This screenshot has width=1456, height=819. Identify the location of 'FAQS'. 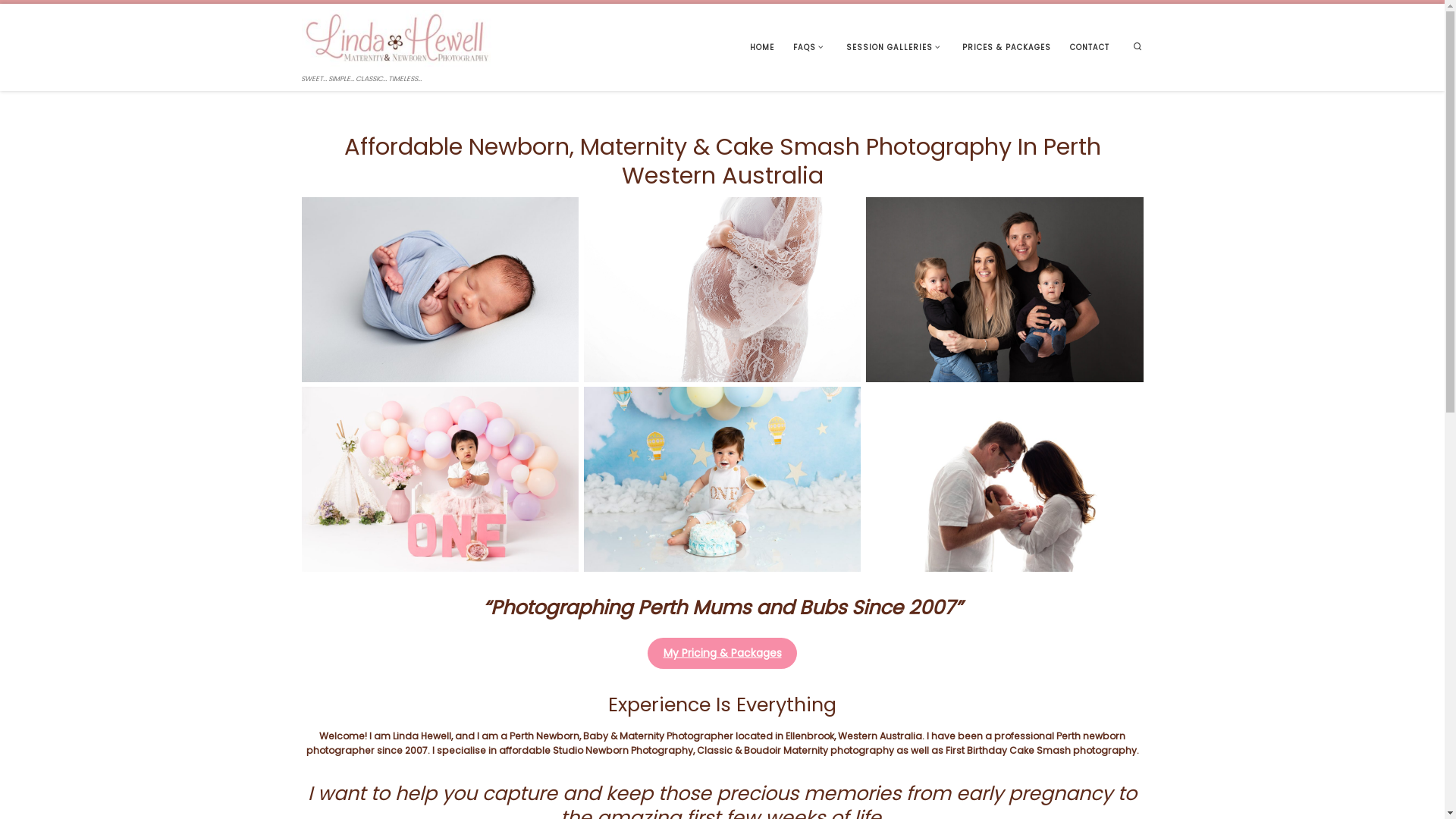
(809, 46).